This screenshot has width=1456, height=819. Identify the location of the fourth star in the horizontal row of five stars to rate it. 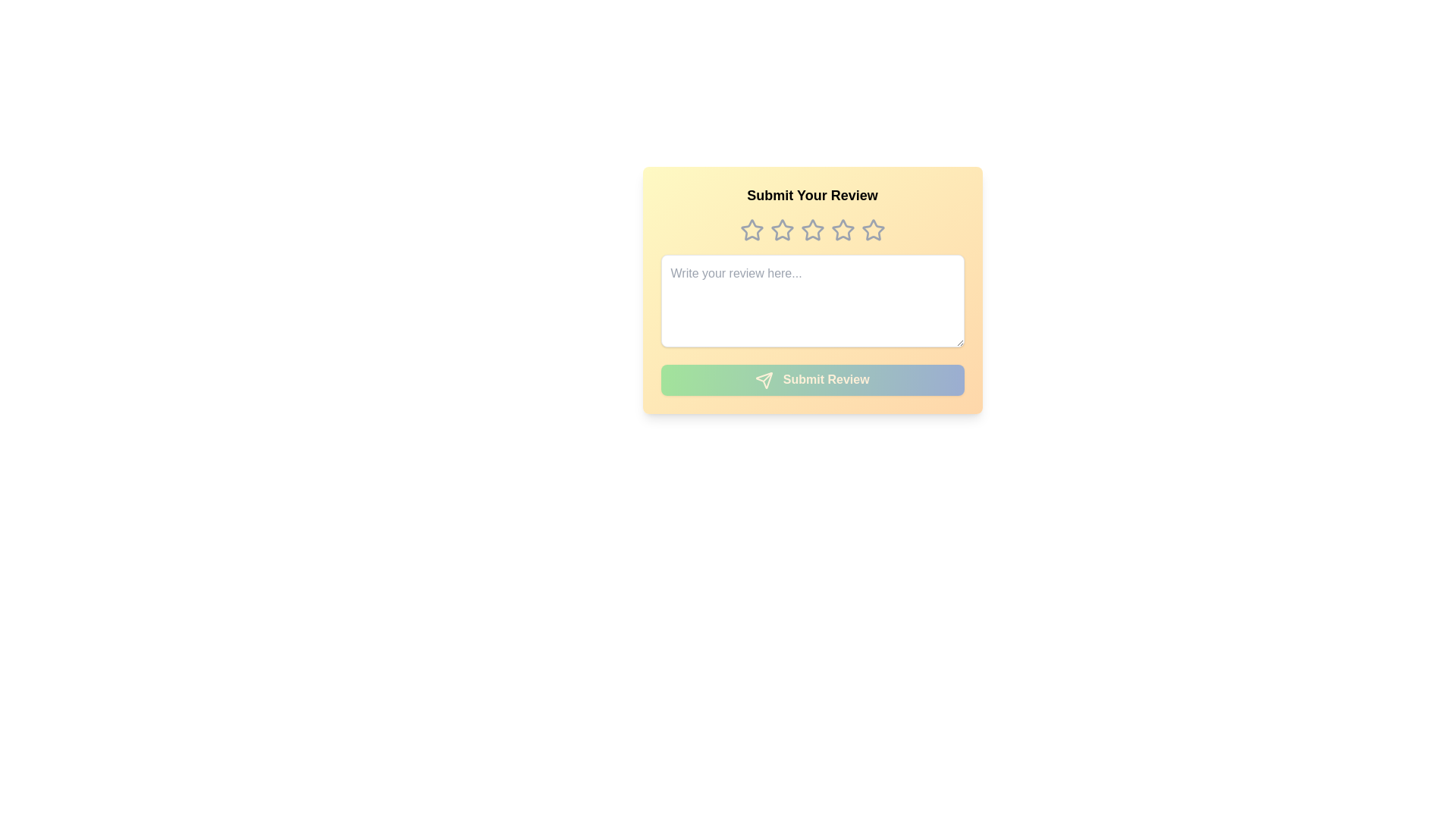
(842, 231).